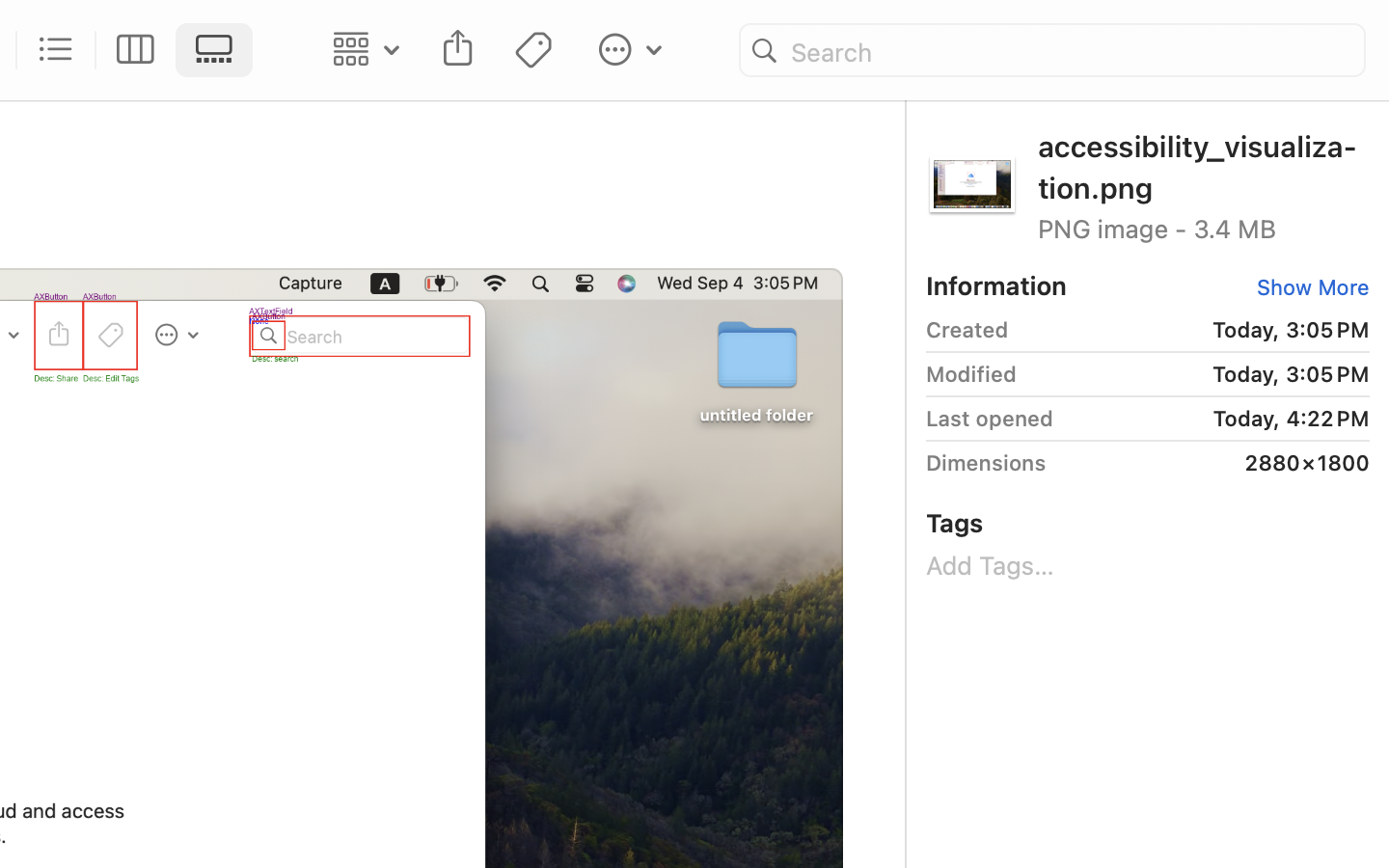  What do you see at coordinates (985, 461) in the screenshot?
I see `'Dimensions'` at bounding box center [985, 461].